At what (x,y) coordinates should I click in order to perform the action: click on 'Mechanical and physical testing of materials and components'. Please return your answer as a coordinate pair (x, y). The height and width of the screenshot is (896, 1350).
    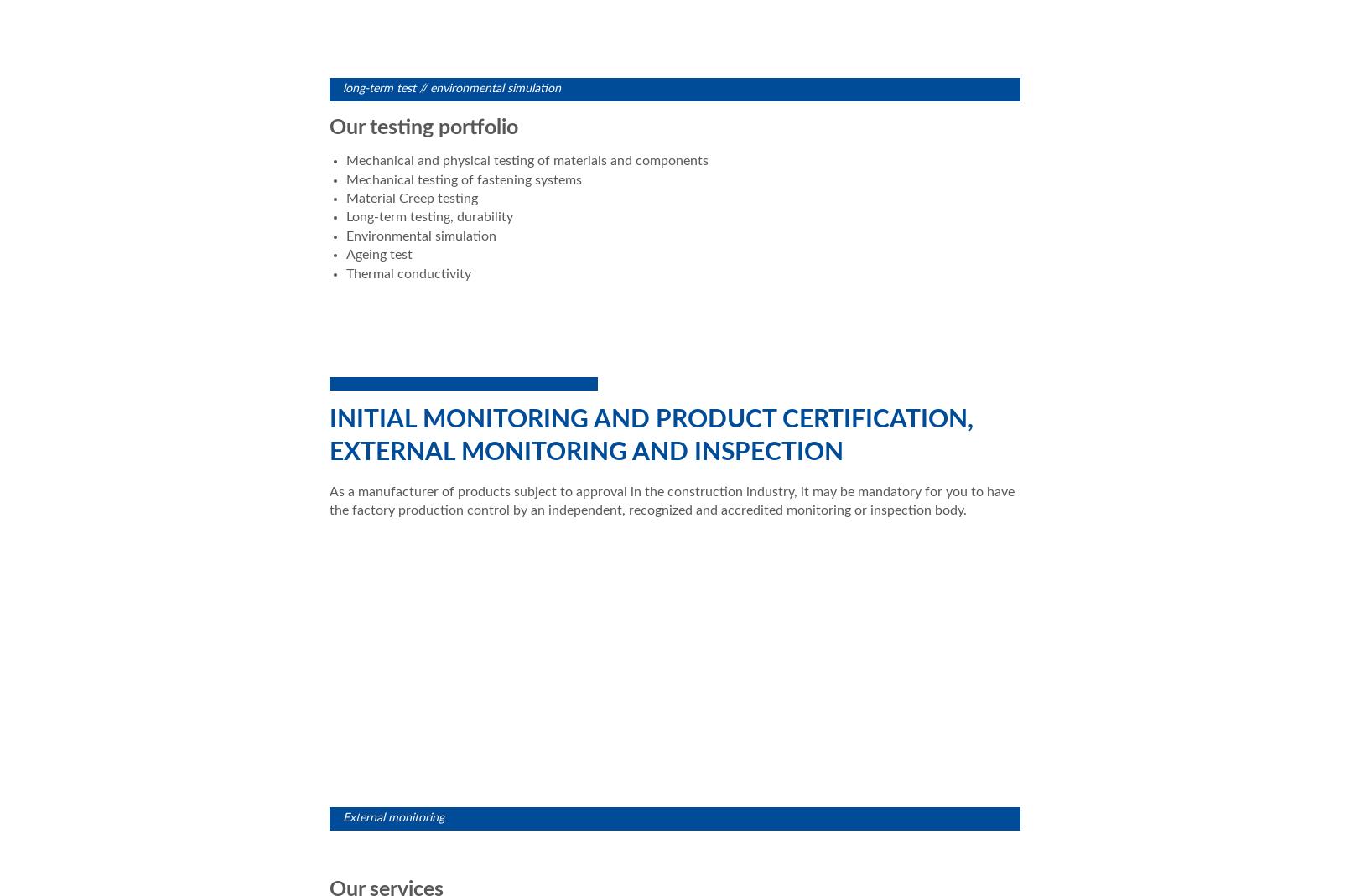
    Looking at the image, I should click on (527, 160).